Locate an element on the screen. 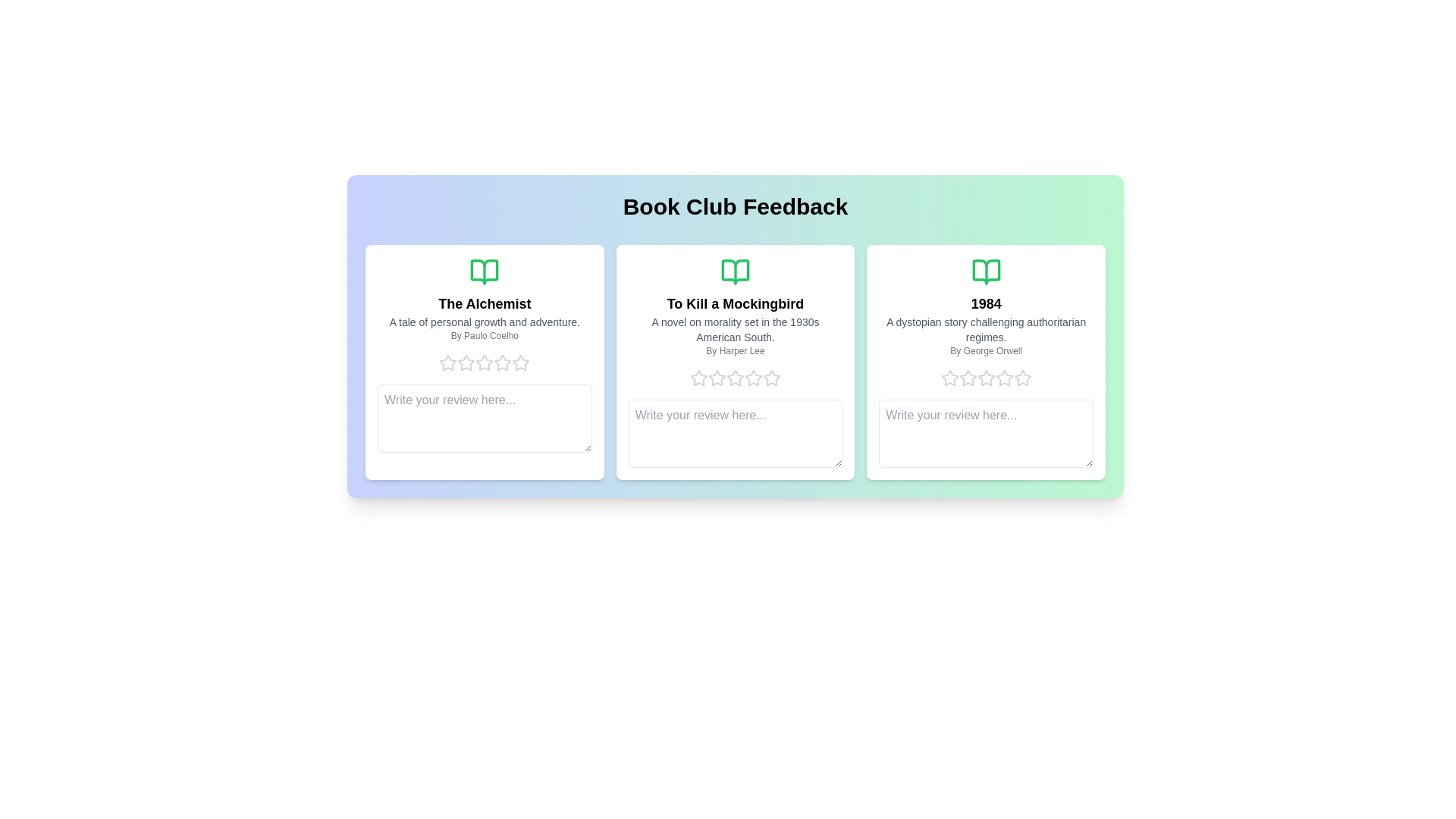 The image size is (1456, 819). the first star icon in the rating interface for the book 'The Alchemist' is located at coordinates (447, 362).